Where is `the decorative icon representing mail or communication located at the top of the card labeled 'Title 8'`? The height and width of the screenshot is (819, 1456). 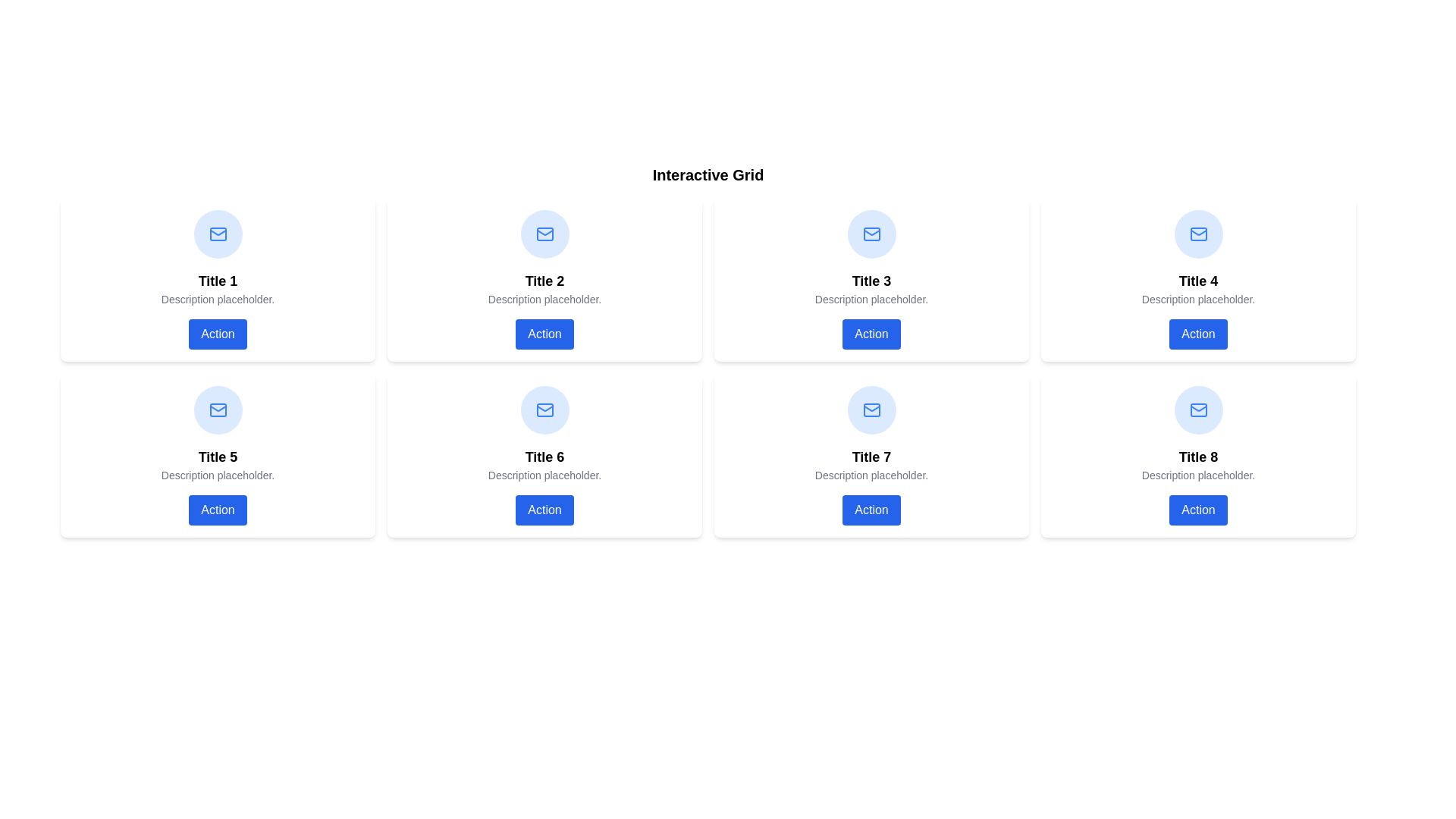
the decorative icon representing mail or communication located at the top of the card labeled 'Title 8' is located at coordinates (1197, 409).